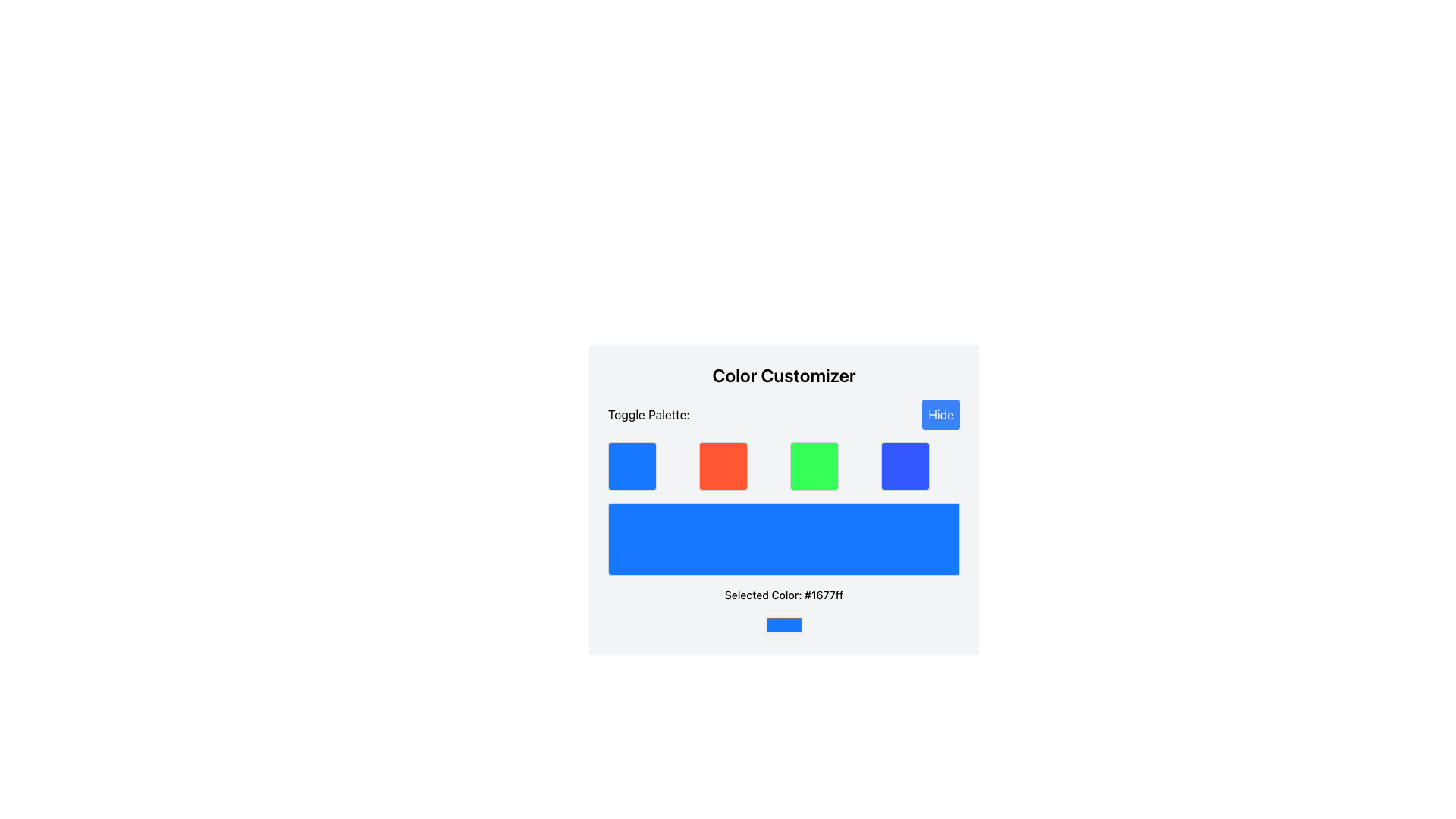 This screenshot has height=819, width=1456. Describe the element at coordinates (905, 465) in the screenshot. I see `the fourth color selection tile in the color palette` at that location.